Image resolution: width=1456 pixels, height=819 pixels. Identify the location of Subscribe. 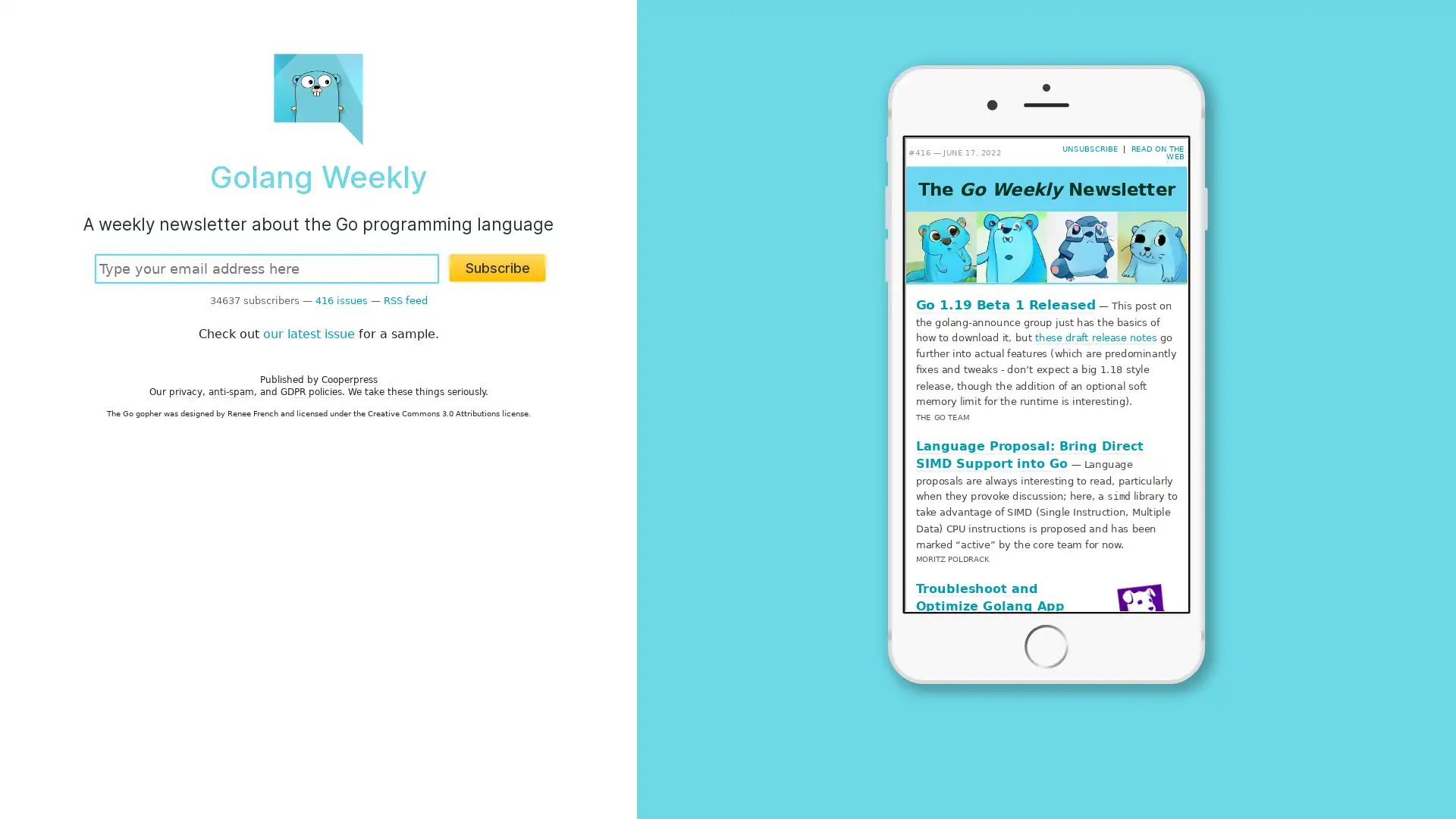
(497, 266).